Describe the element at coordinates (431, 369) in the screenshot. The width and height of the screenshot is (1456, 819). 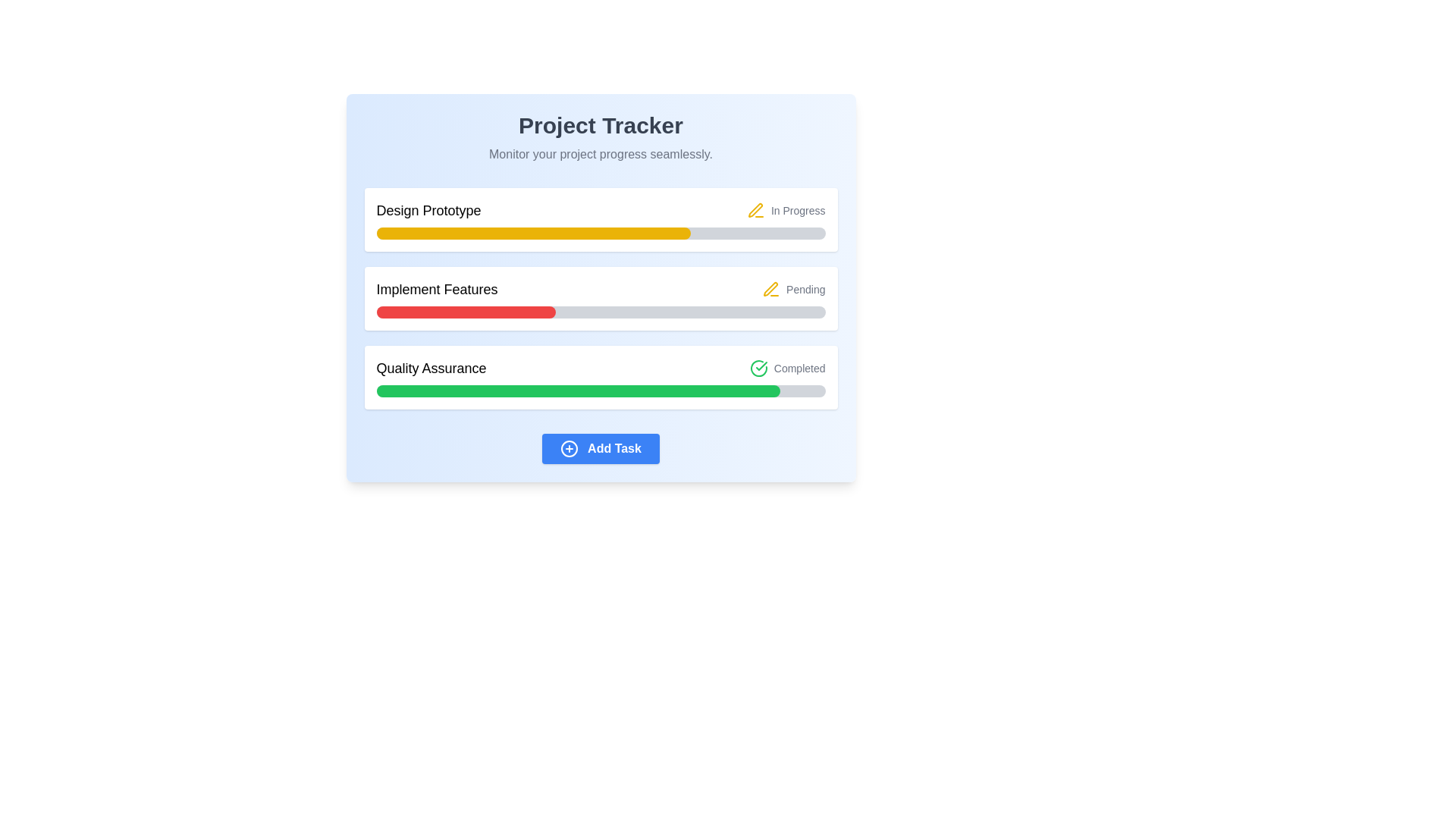
I see `the 'Quality Assurance' text label, which is the leftmost component in the progress tracker interface indicating the task stage` at that location.